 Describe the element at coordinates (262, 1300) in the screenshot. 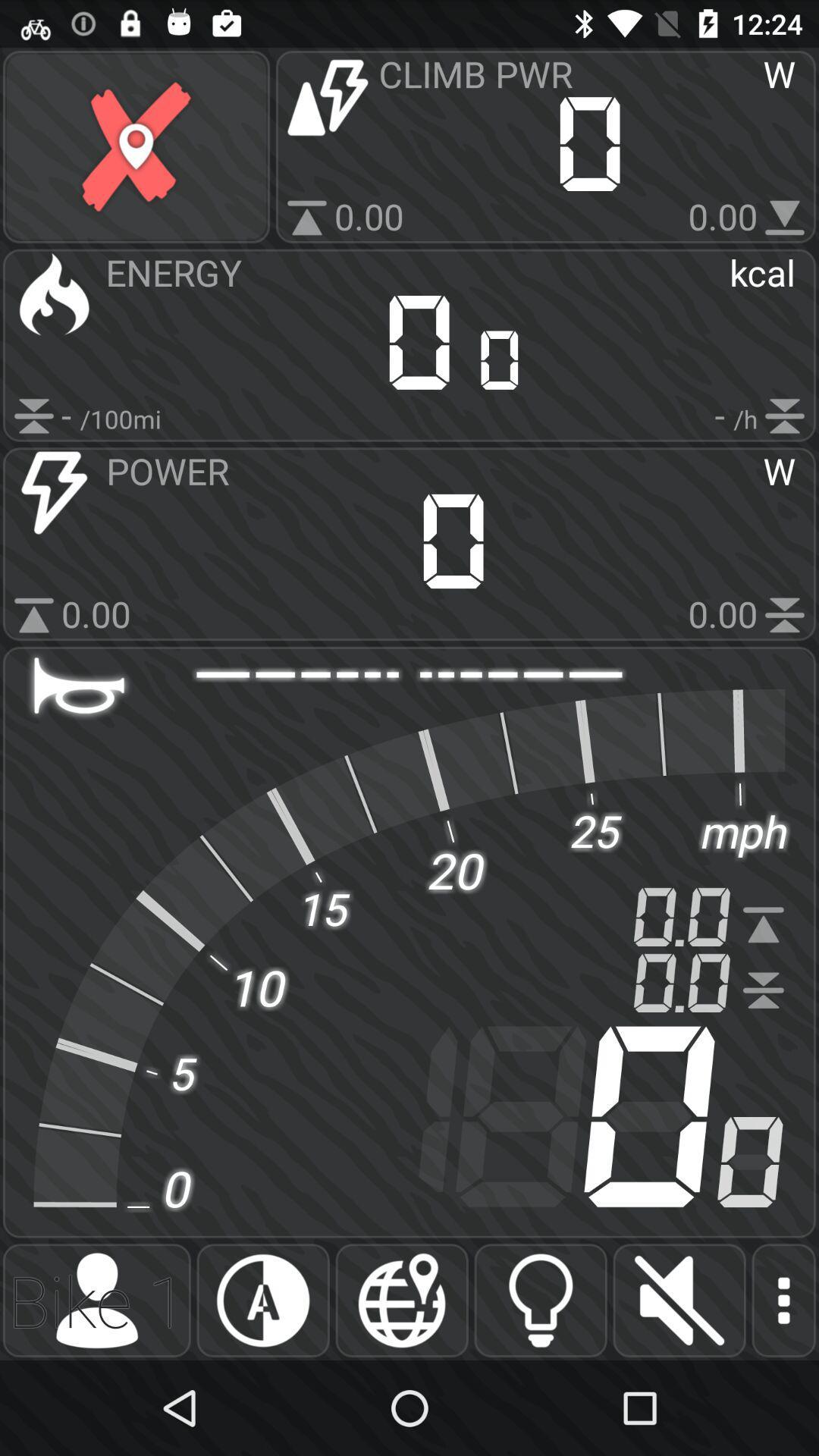

I see `text contrast` at that location.